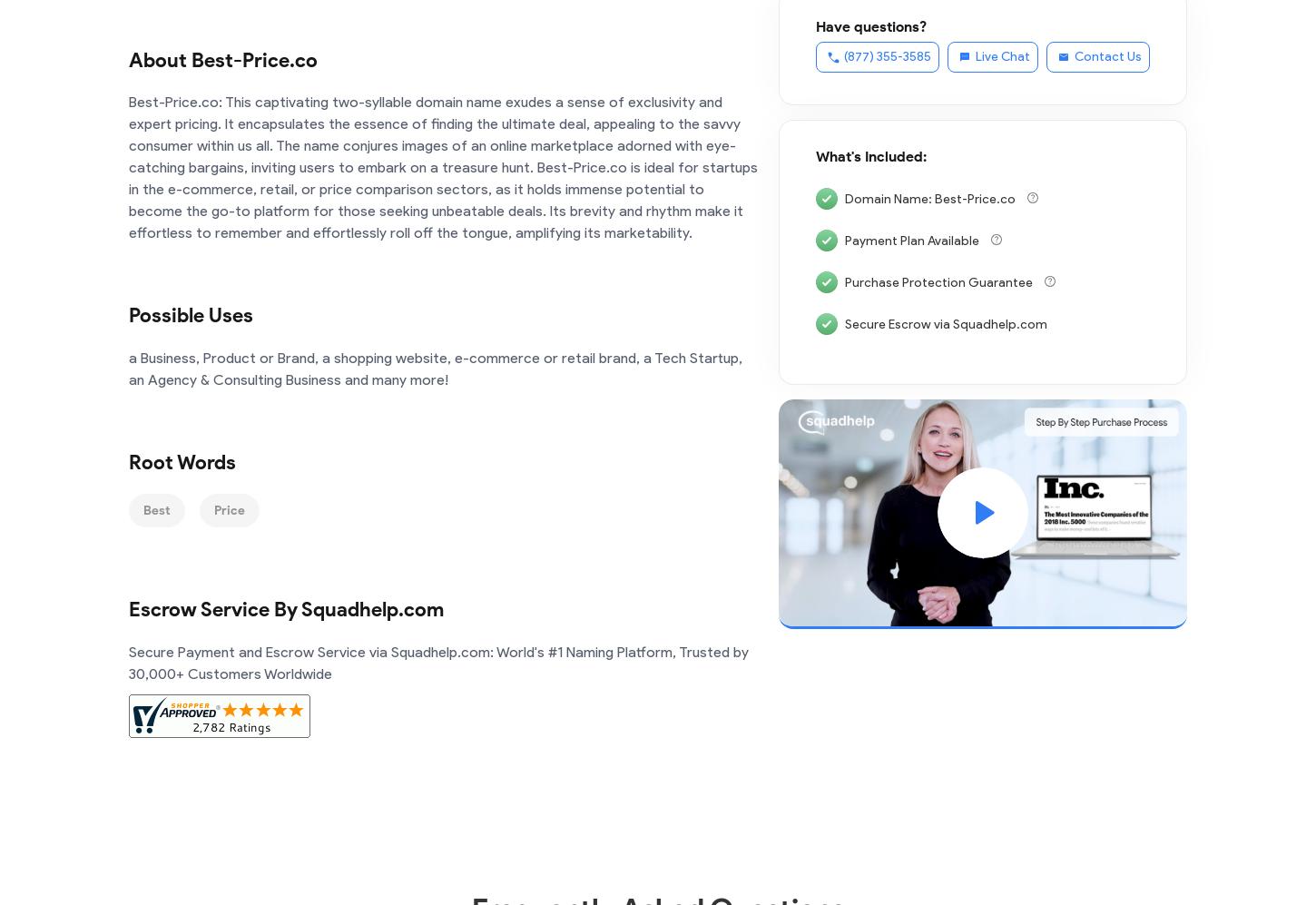 Image resolution: width=1316 pixels, height=905 pixels. I want to click on 'Price', so click(230, 510).